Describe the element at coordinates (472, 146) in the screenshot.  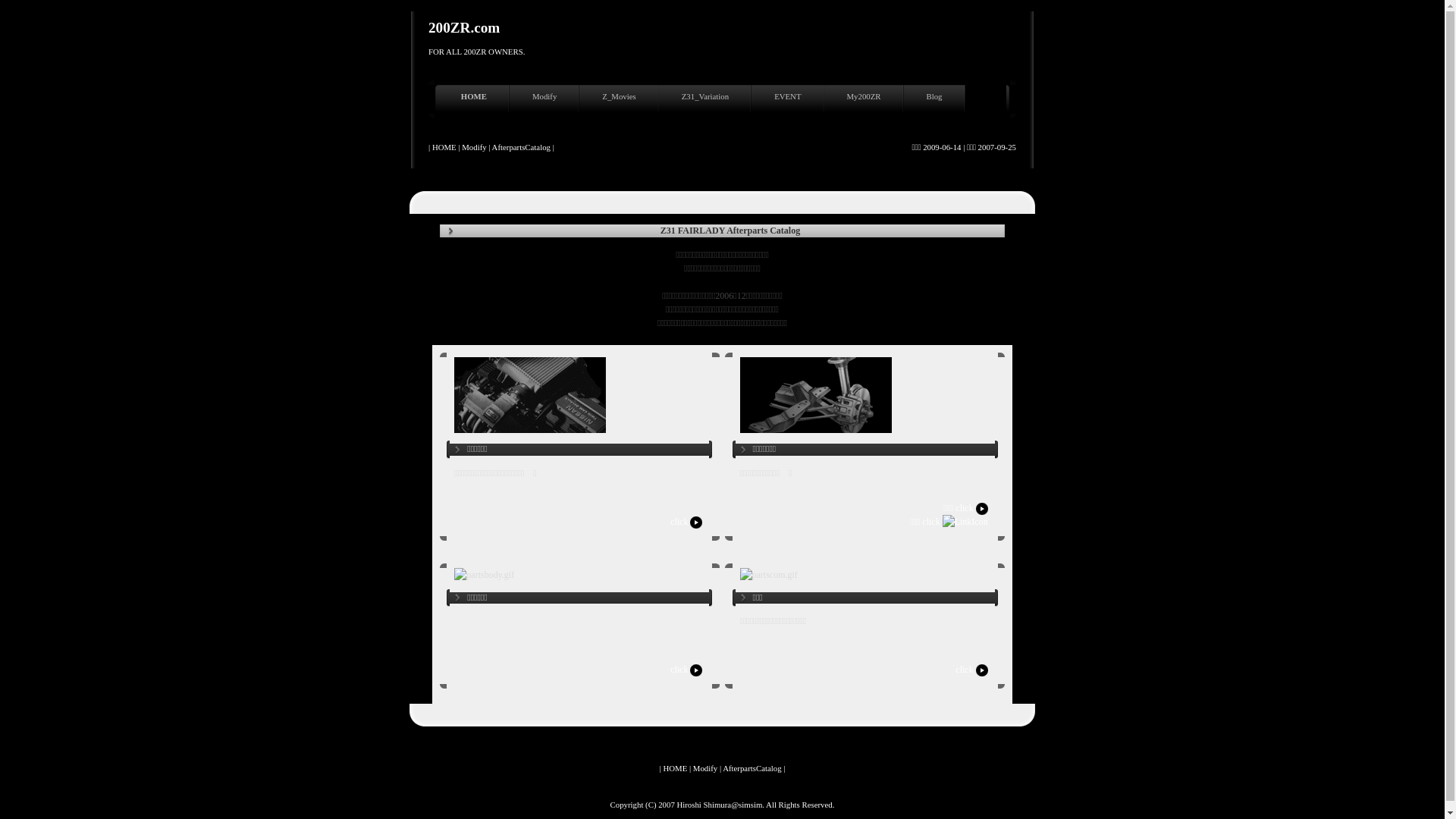
I see `'Modify'` at that location.